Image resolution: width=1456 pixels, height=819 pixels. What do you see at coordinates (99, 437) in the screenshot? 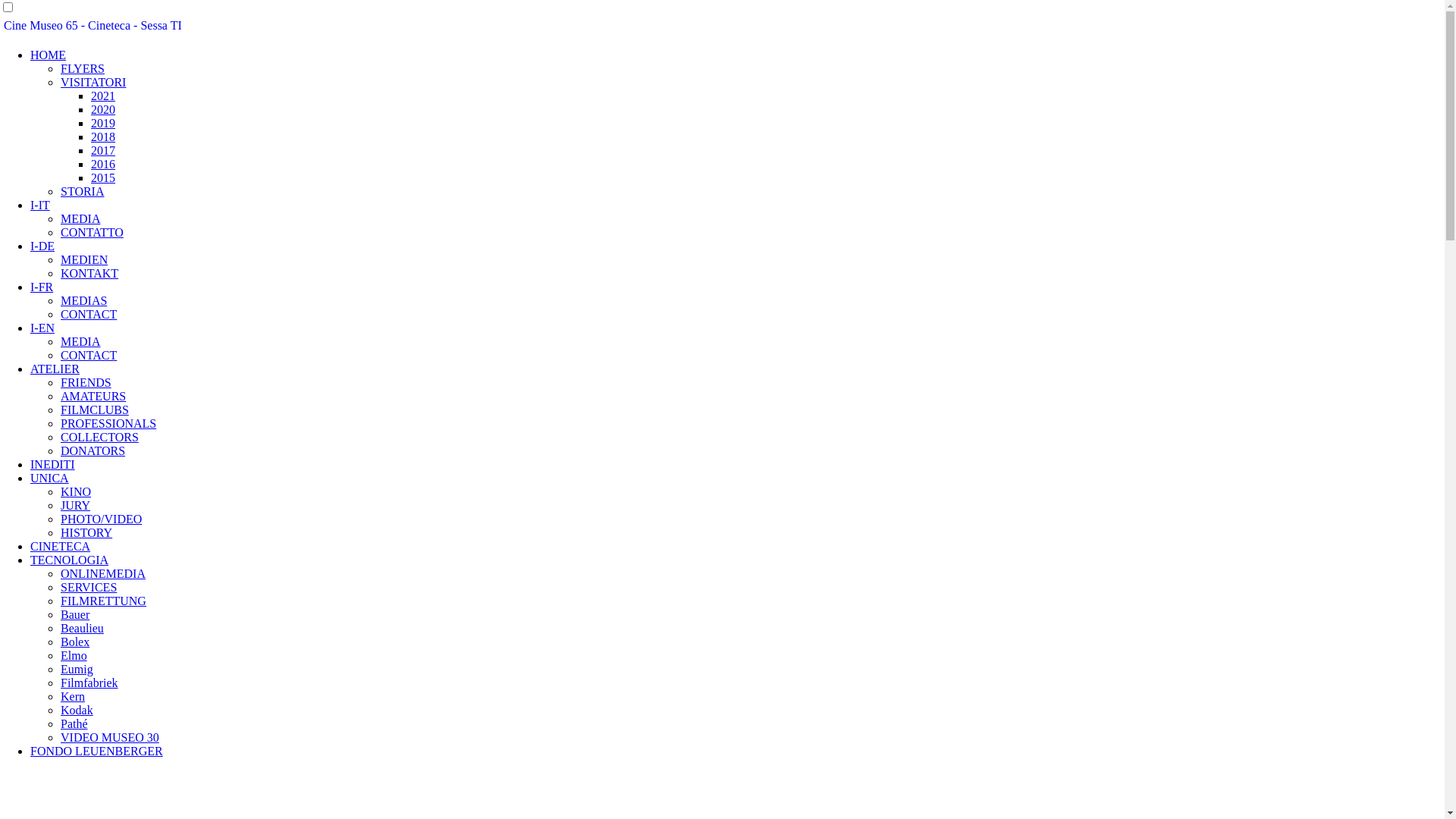
I see `'COLLECTORS'` at bounding box center [99, 437].